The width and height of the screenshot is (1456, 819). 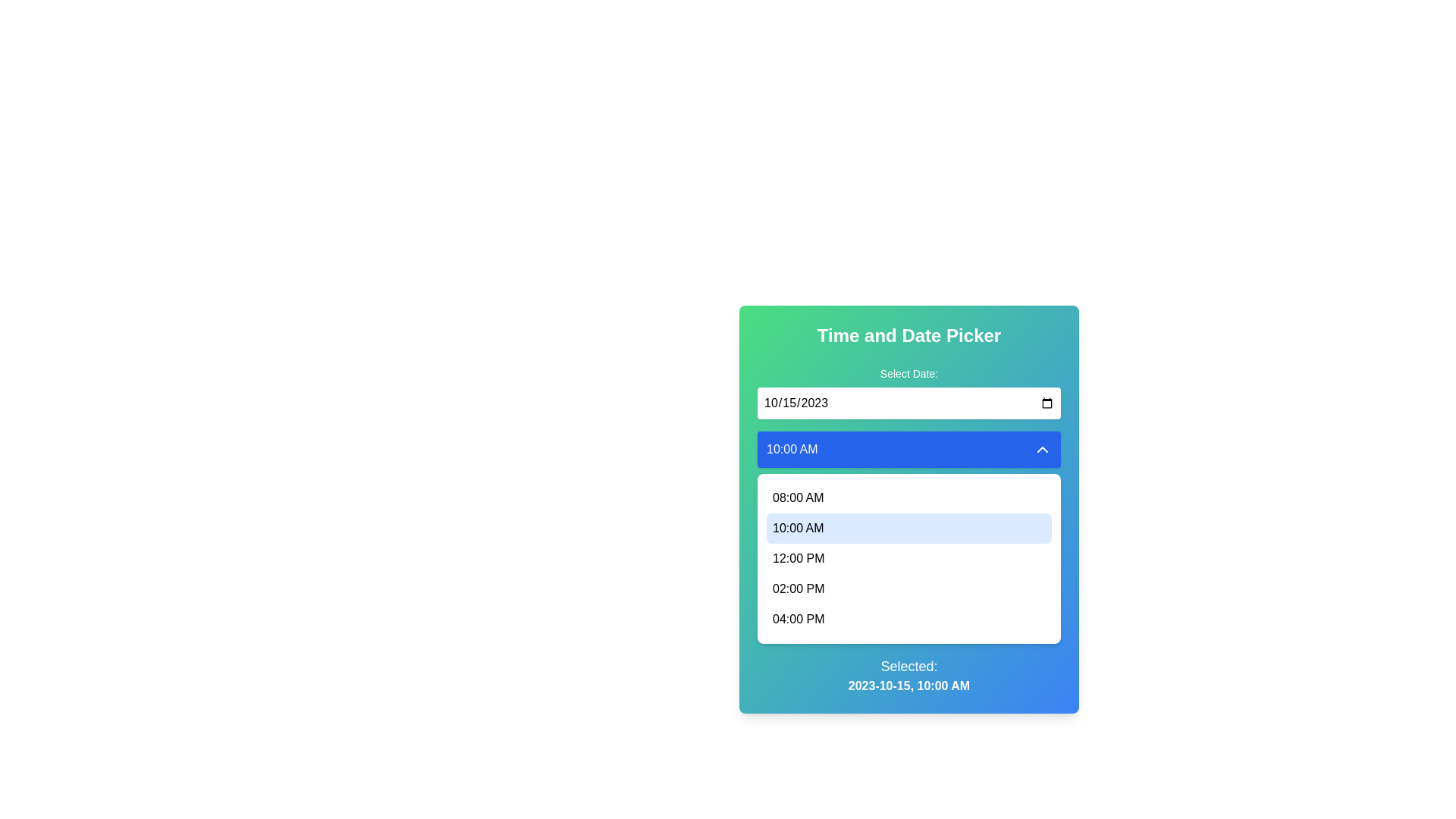 I want to click on the dropdown list item displaying '12:00 PM' in the Time and Date Picker panel, so click(x=798, y=558).